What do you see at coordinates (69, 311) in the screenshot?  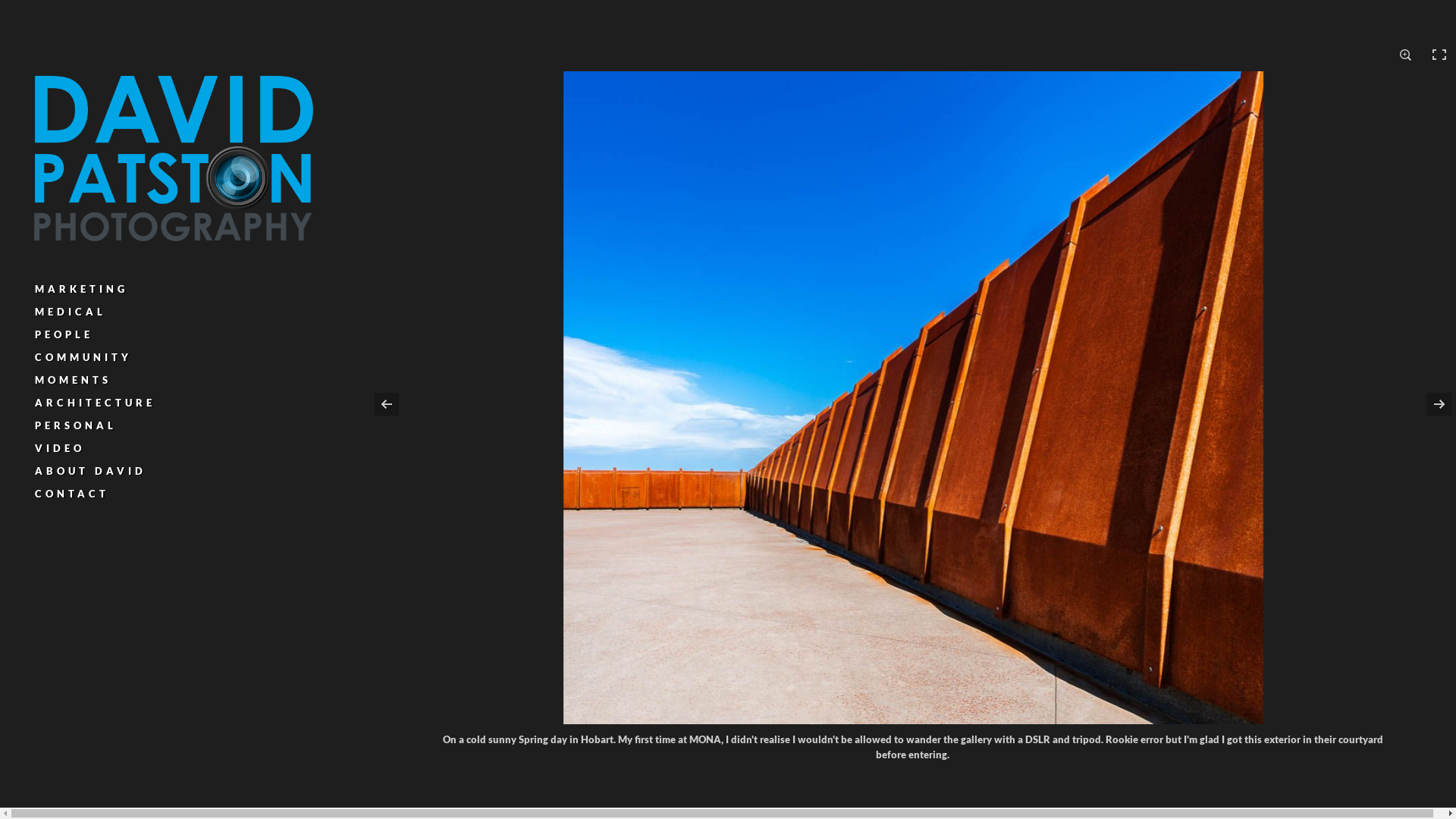 I see `'MEDICAL'` at bounding box center [69, 311].